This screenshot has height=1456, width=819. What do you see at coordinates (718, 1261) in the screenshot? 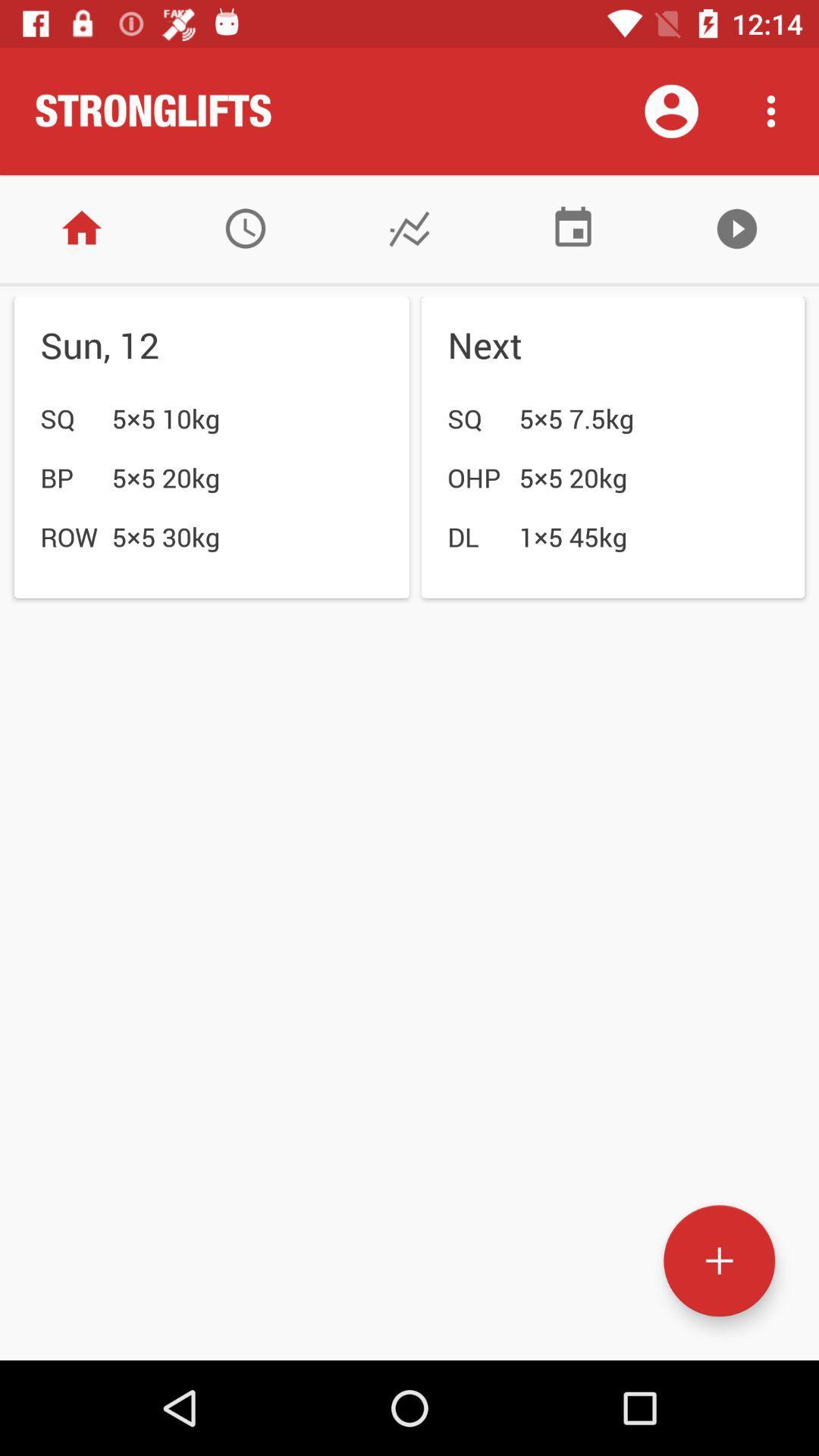
I see `the add icon` at bounding box center [718, 1261].